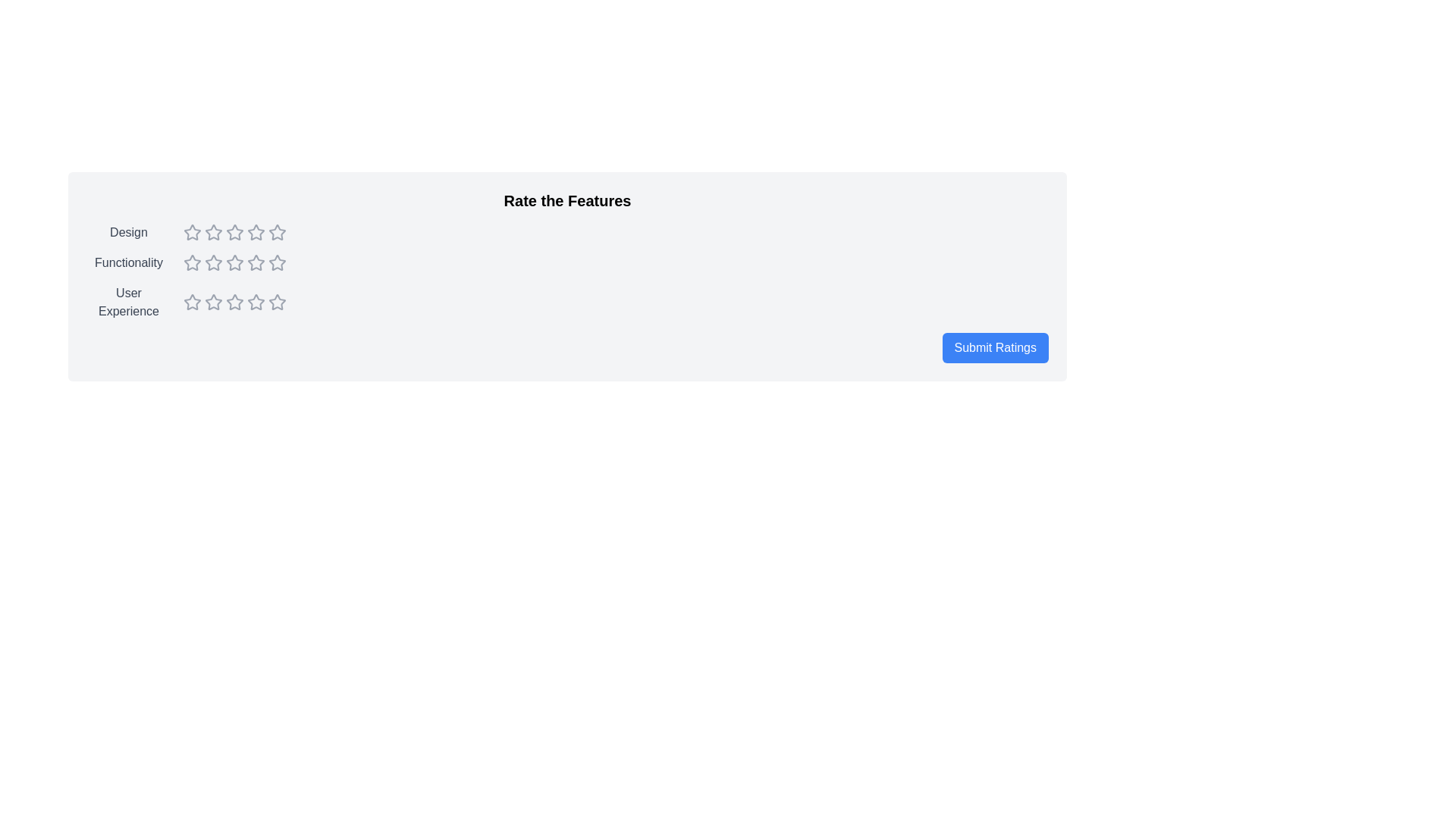 The width and height of the screenshot is (1456, 819). Describe the element at coordinates (192, 262) in the screenshot. I see `the second star icon in the rating line under the 'Functionality' category` at that location.